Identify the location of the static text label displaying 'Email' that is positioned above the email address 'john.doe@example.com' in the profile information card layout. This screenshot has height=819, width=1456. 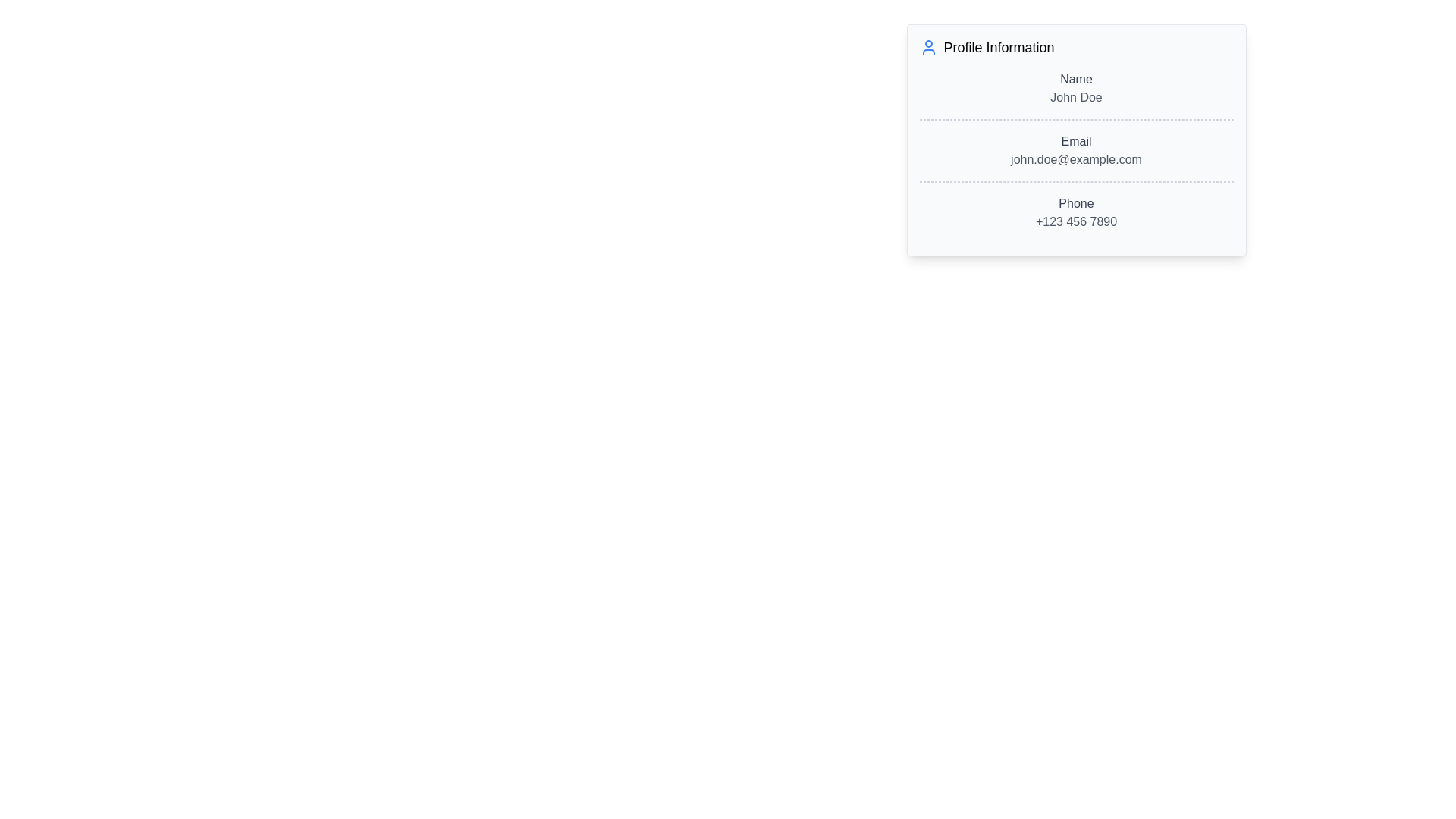
(1075, 141).